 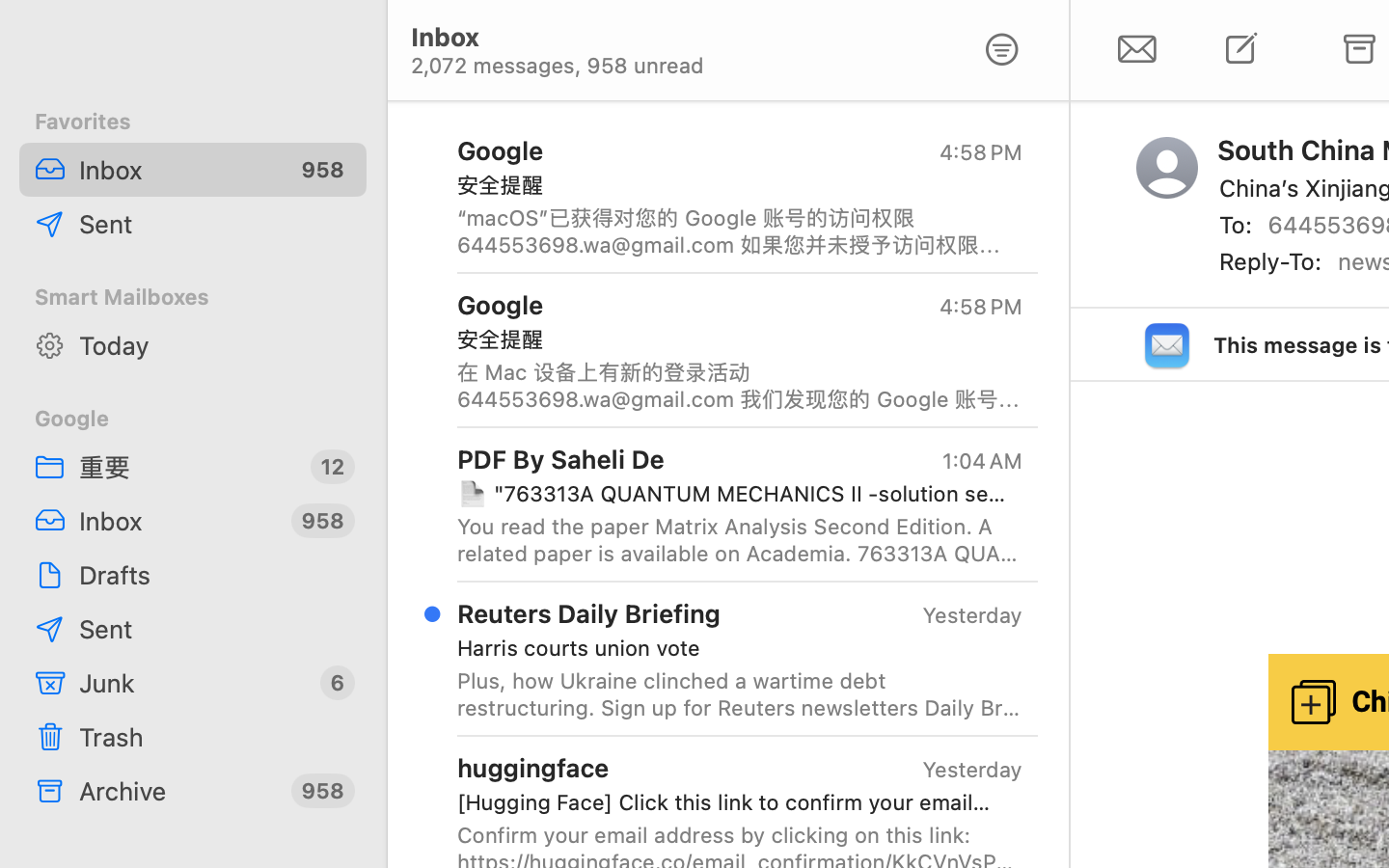 What do you see at coordinates (193, 295) in the screenshot?
I see `'Smart Mailboxes'` at bounding box center [193, 295].